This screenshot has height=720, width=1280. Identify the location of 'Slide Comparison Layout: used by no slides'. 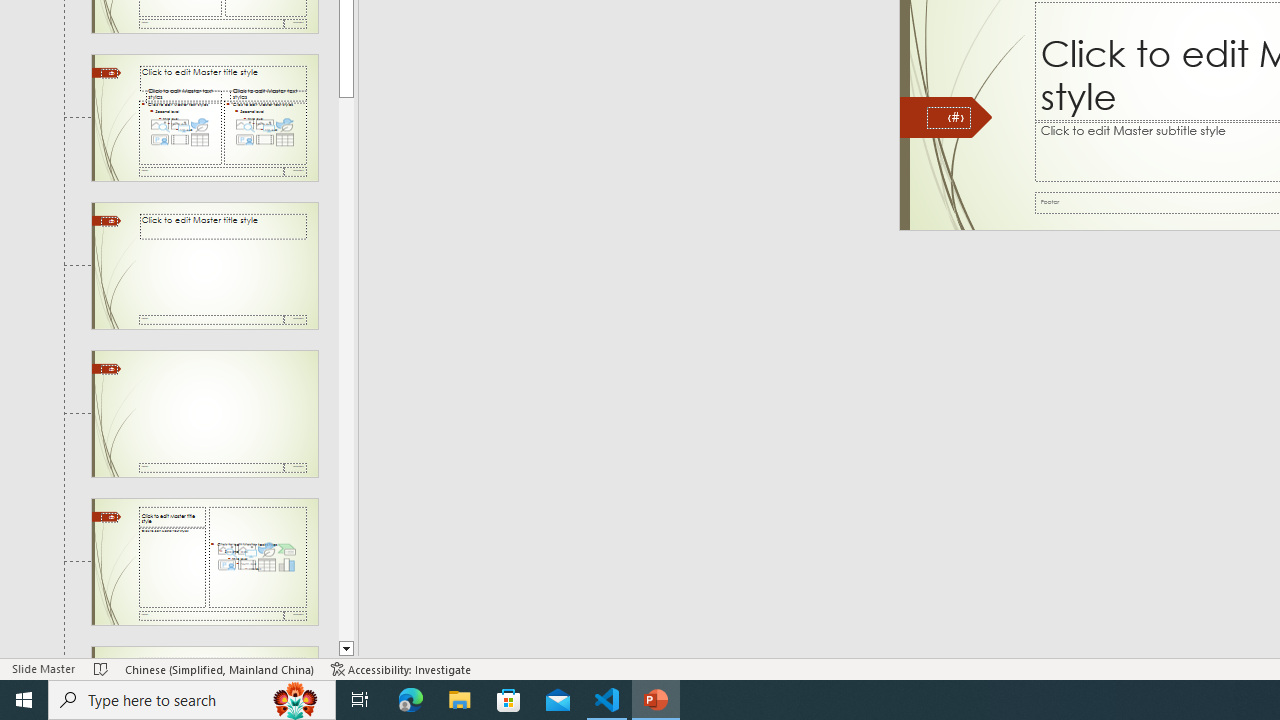
(204, 117).